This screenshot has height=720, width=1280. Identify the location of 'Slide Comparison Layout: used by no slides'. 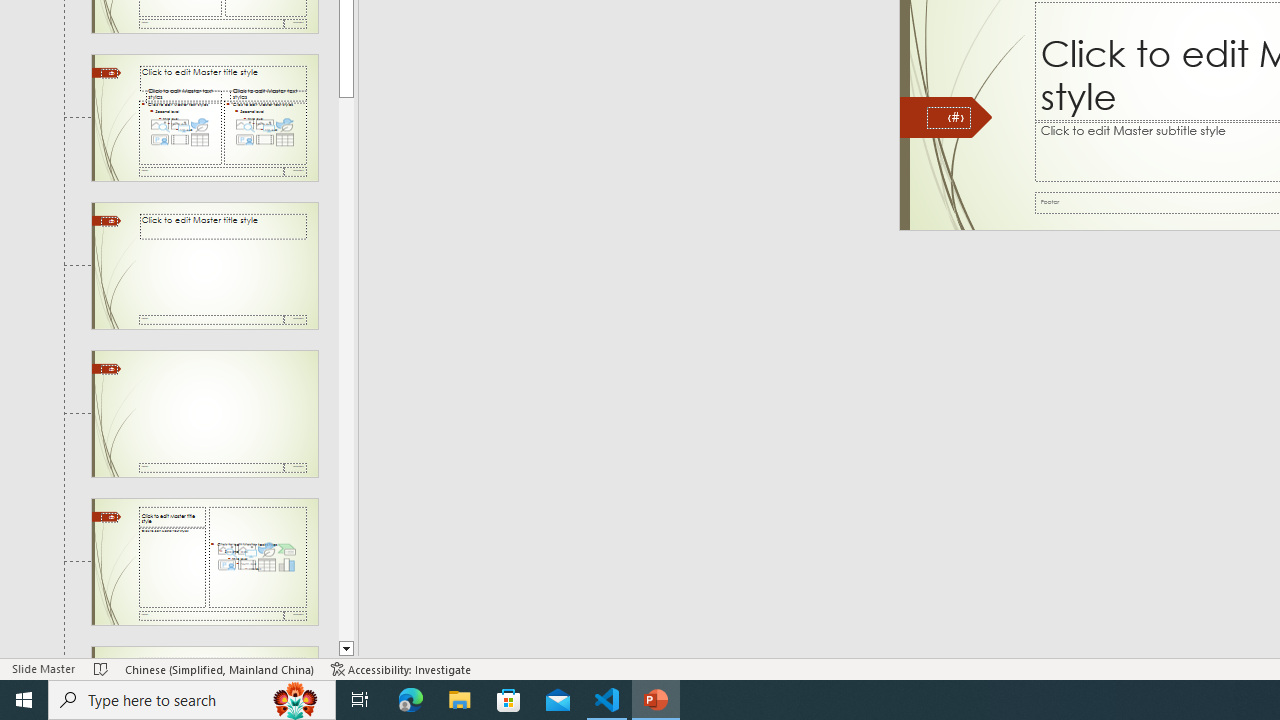
(204, 117).